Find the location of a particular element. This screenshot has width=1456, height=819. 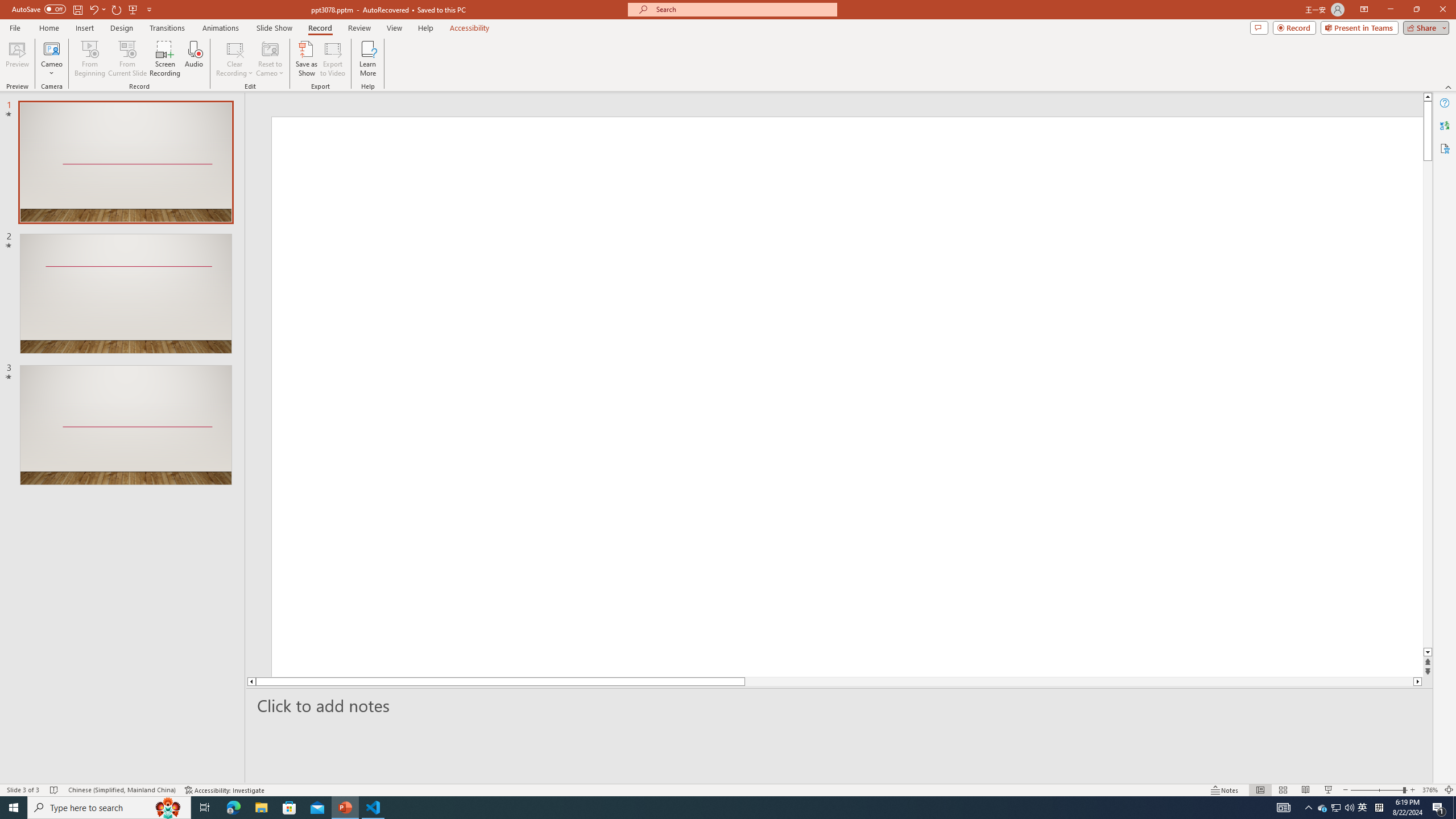

'From Current Slide...' is located at coordinates (127, 59).